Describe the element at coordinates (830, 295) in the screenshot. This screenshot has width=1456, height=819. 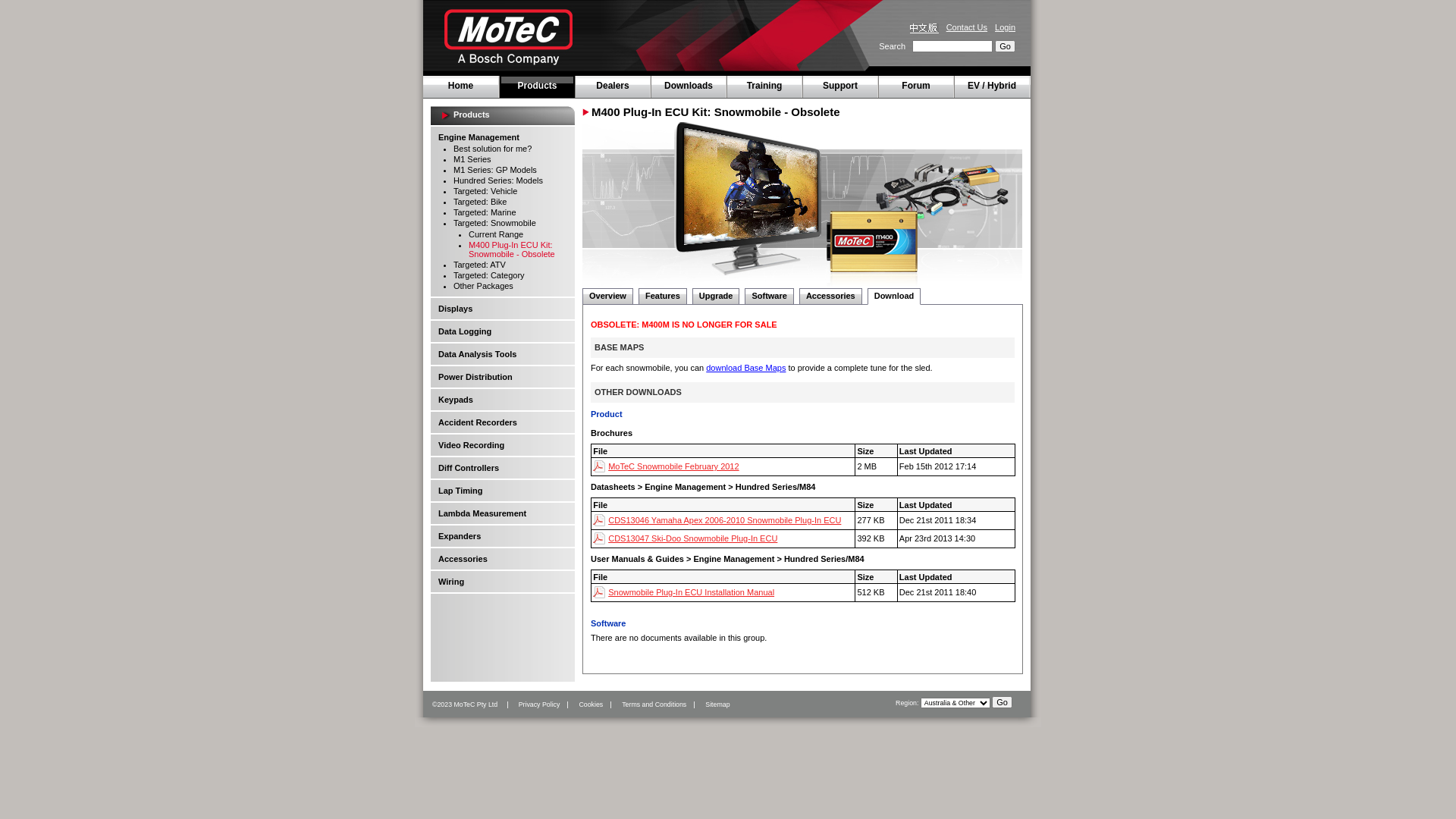
I see `'Accessories'` at that location.